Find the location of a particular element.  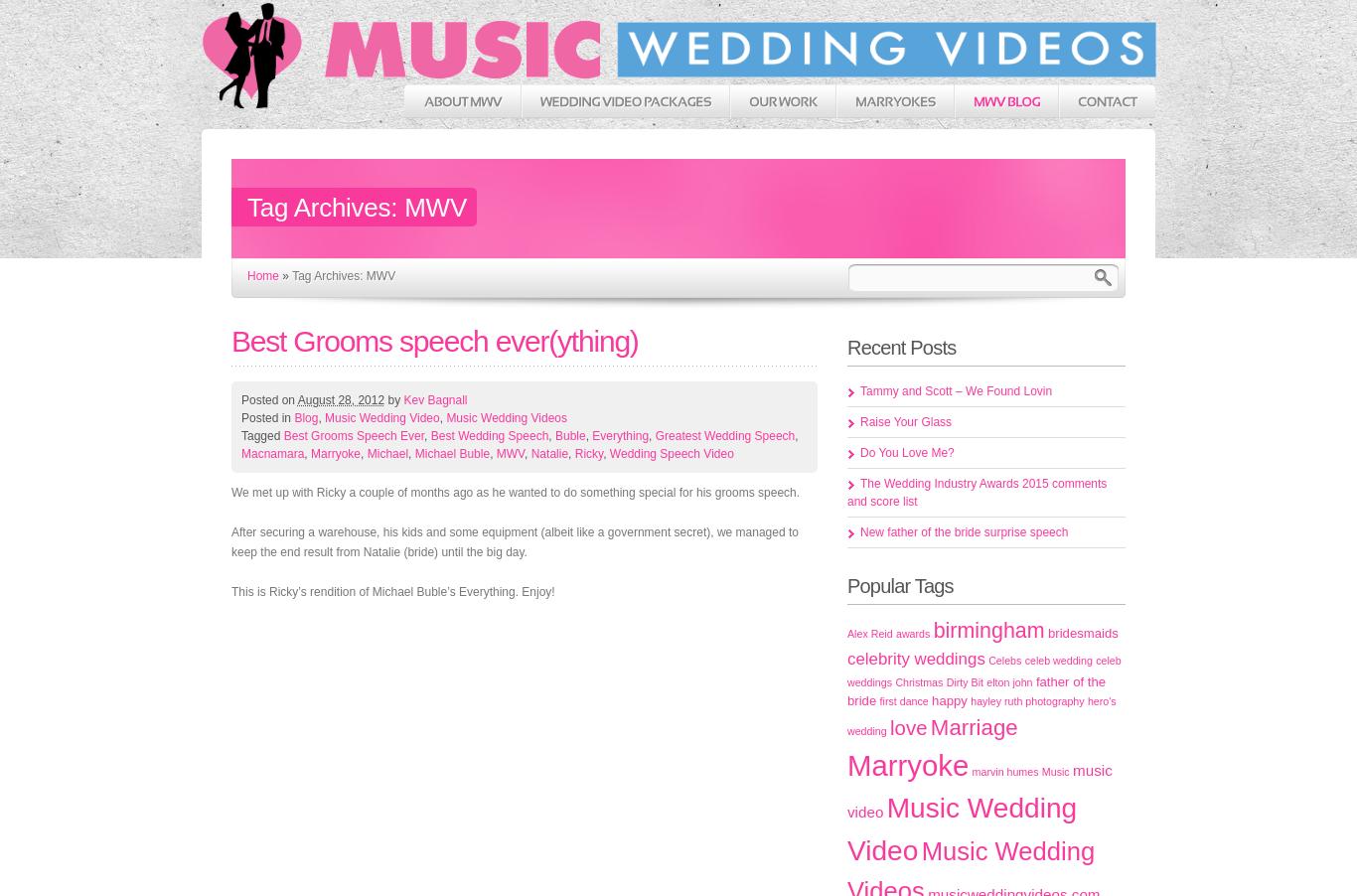

'Michael Buble' is located at coordinates (451, 453).